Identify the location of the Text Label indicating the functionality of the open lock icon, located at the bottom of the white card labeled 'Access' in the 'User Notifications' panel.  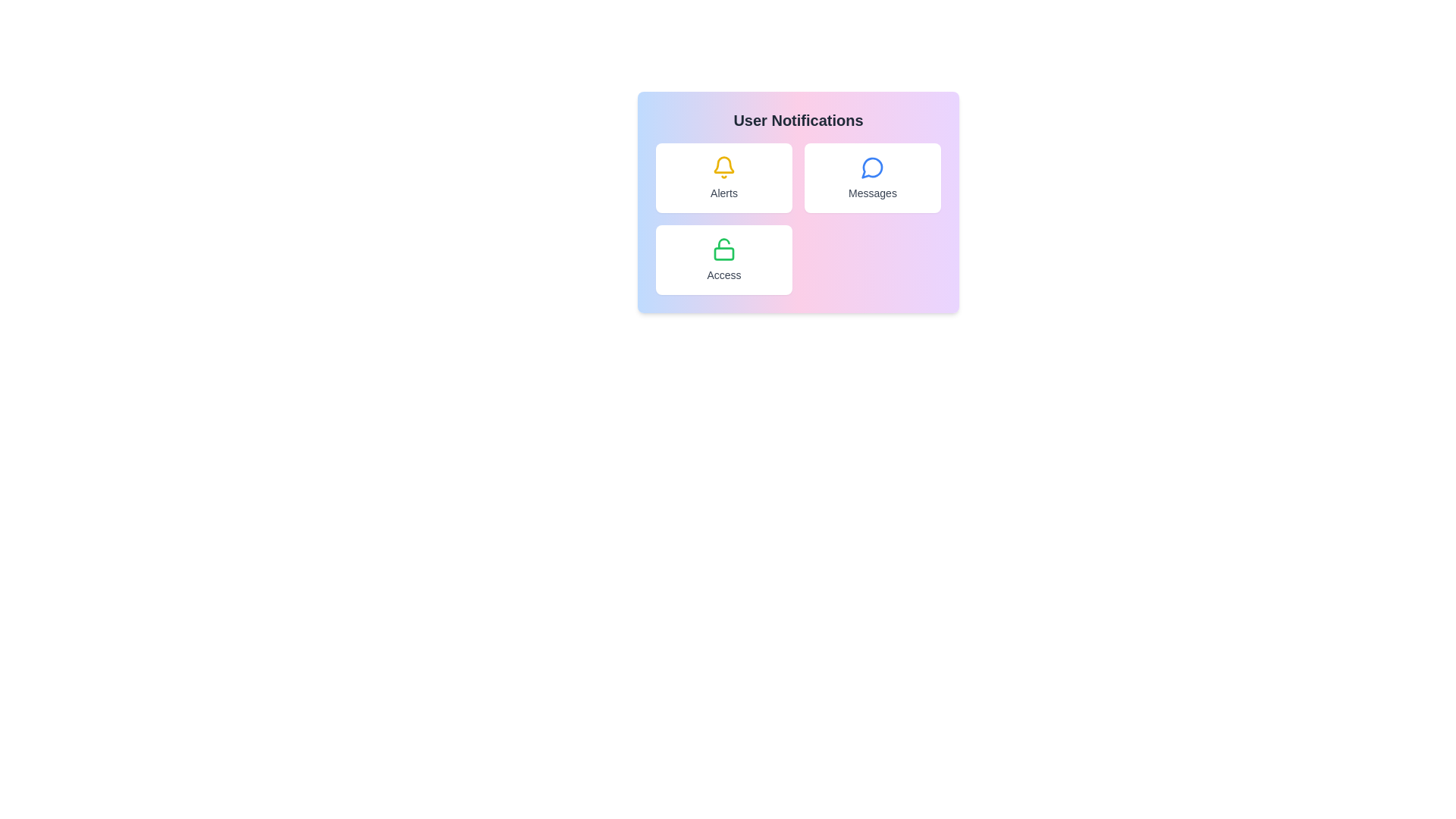
(723, 275).